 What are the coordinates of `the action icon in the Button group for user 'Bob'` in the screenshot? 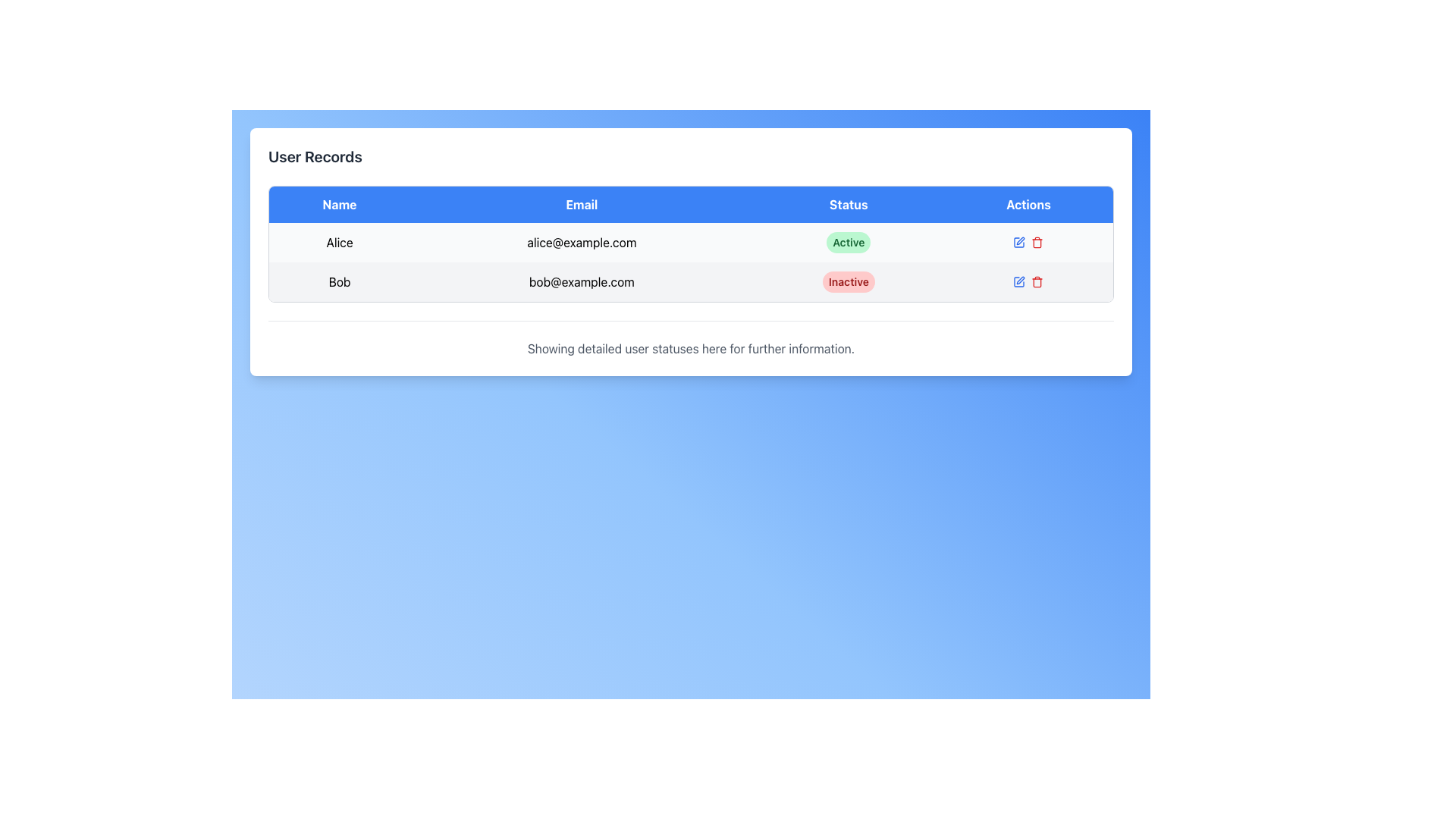 It's located at (1028, 281).